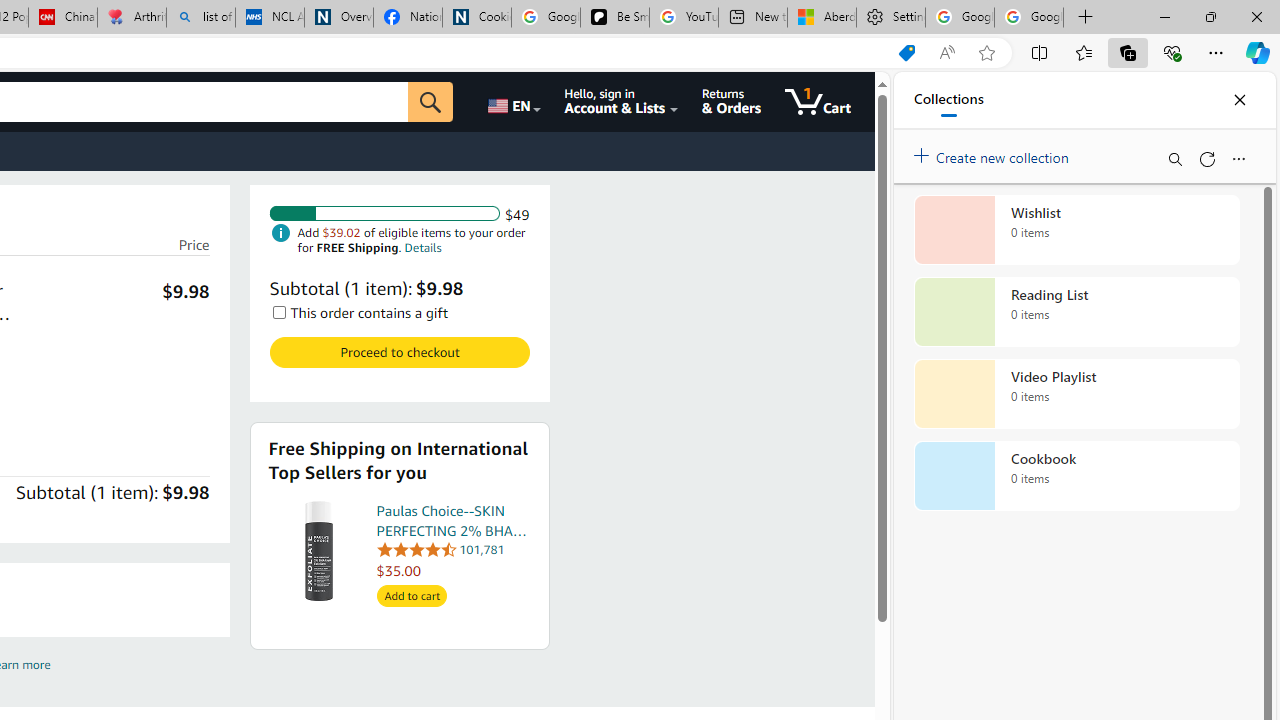 The width and height of the screenshot is (1280, 720). Describe the element at coordinates (1076, 475) in the screenshot. I see `'Cookbook collection, 0 items'` at that location.